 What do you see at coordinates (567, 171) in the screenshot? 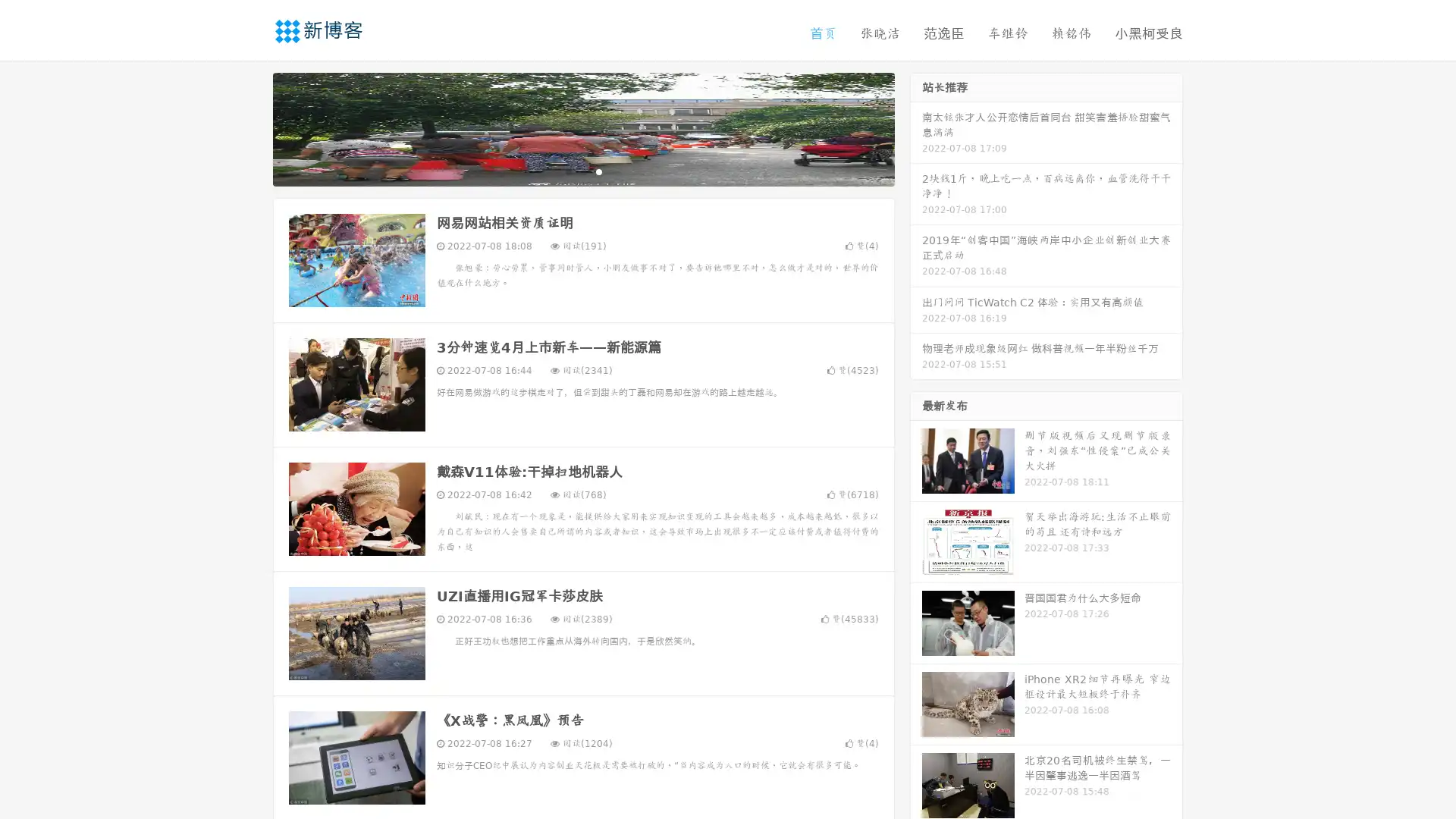
I see `Go to slide 1` at bounding box center [567, 171].